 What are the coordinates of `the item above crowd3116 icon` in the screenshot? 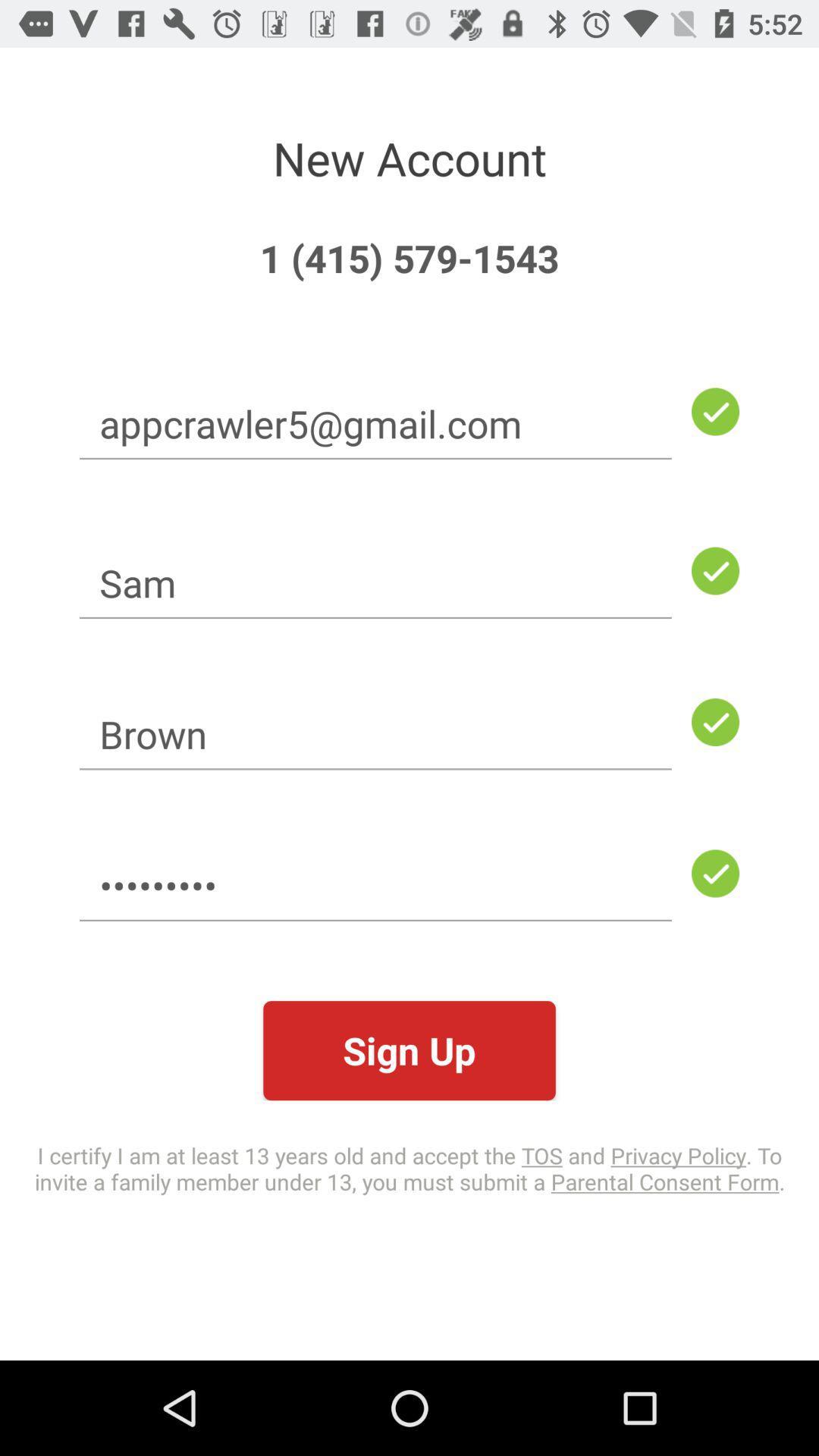 It's located at (375, 734).